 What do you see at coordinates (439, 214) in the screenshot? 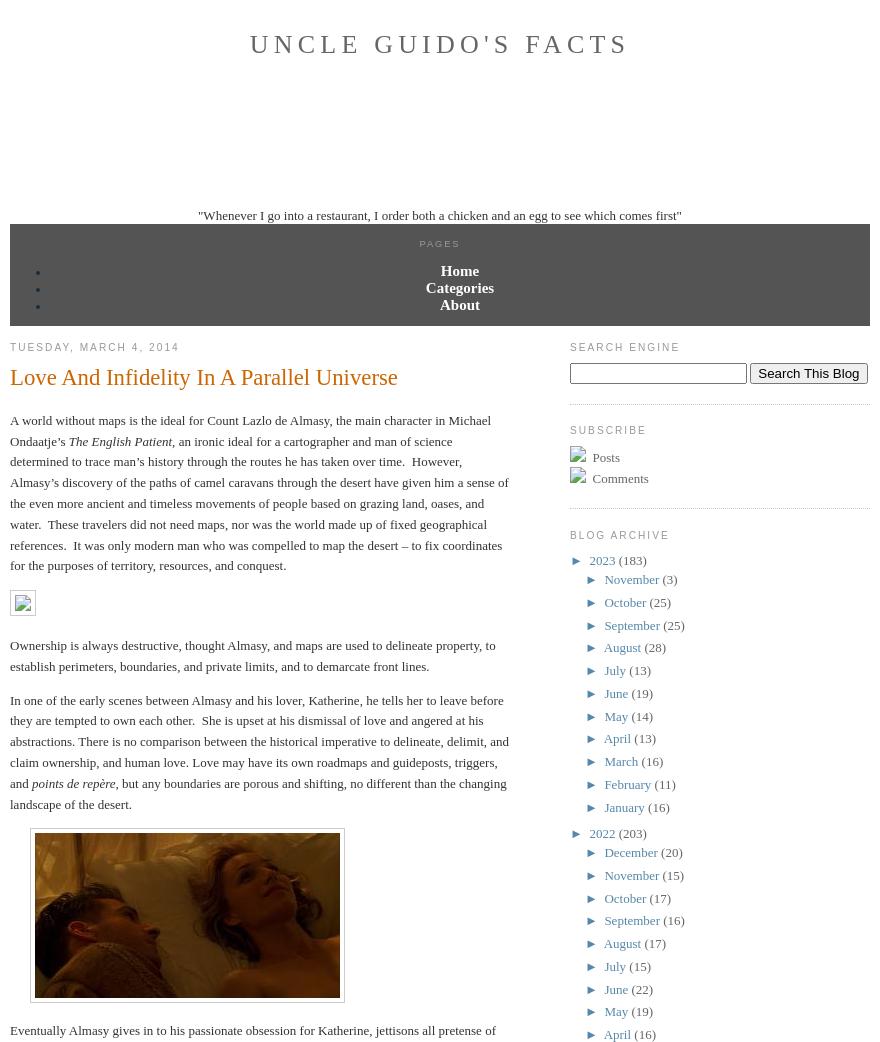
I see `'"Whenever I go into a restaurant, I order both a chicken and an egg to see which comes first"'` at bounding box center [439, 214].